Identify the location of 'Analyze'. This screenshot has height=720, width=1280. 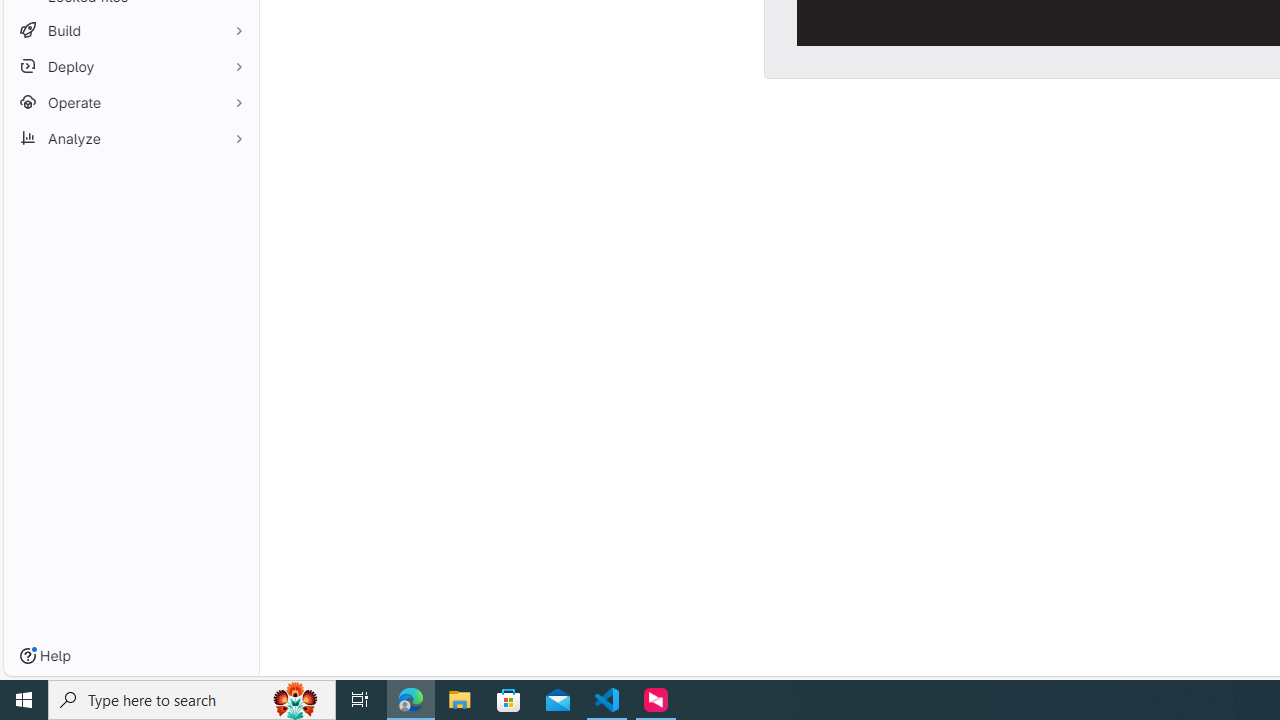
(130, 137).